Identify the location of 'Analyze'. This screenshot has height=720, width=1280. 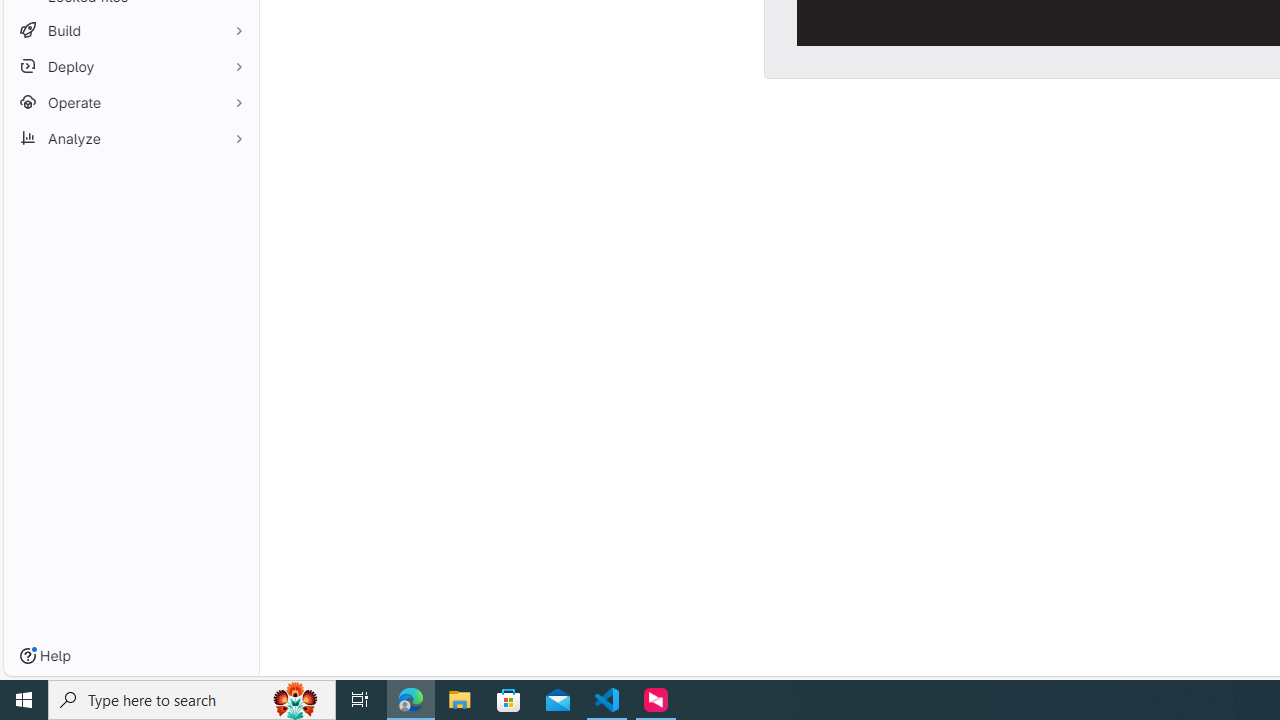
(130, 137).